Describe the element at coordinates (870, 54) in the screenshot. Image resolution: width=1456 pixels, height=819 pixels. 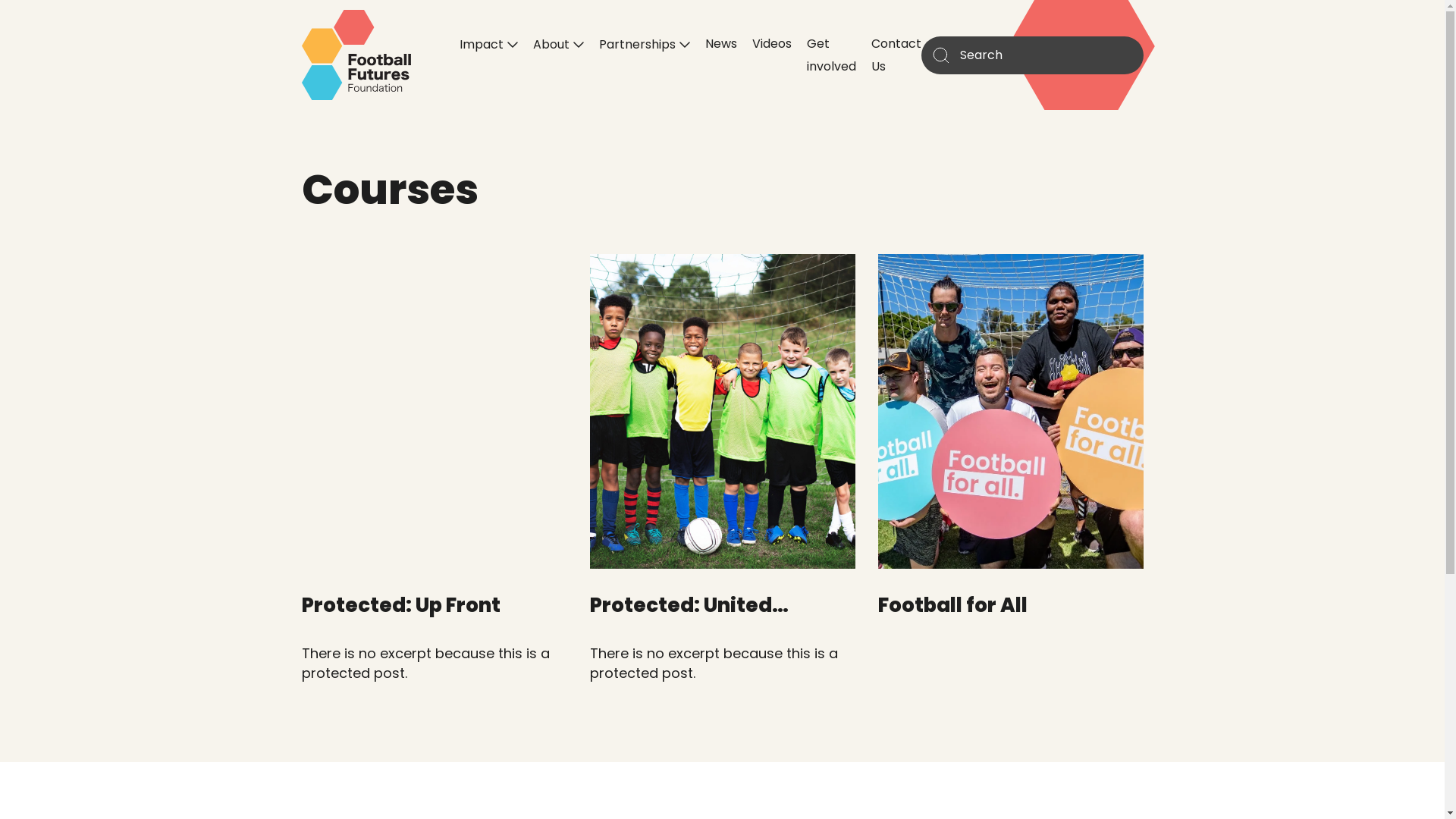
I see `'Contact Us'` at that location.